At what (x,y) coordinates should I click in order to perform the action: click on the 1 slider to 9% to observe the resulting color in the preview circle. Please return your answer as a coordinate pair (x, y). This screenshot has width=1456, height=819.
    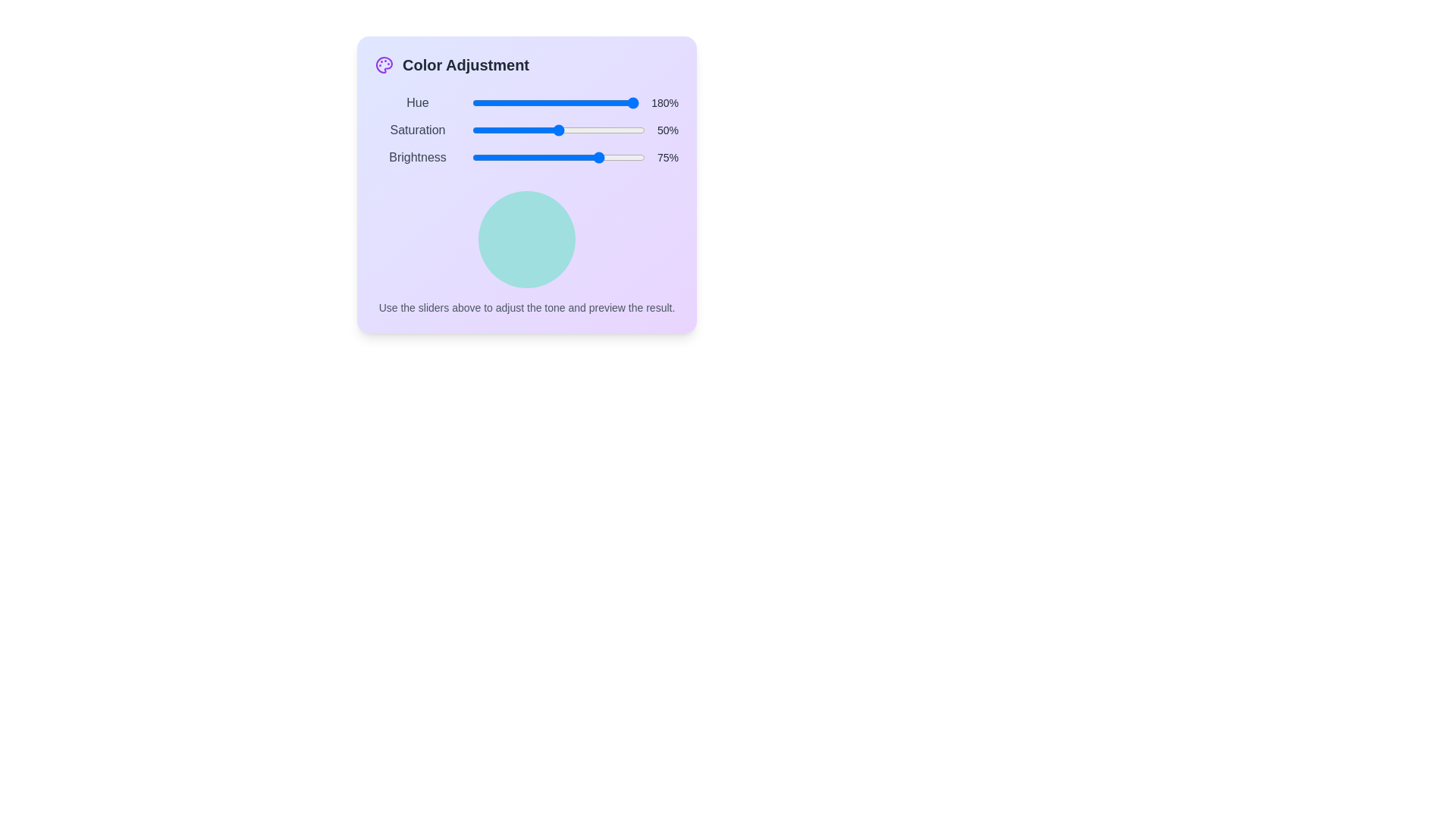
    Looking at the image, I should click on (487, 130).